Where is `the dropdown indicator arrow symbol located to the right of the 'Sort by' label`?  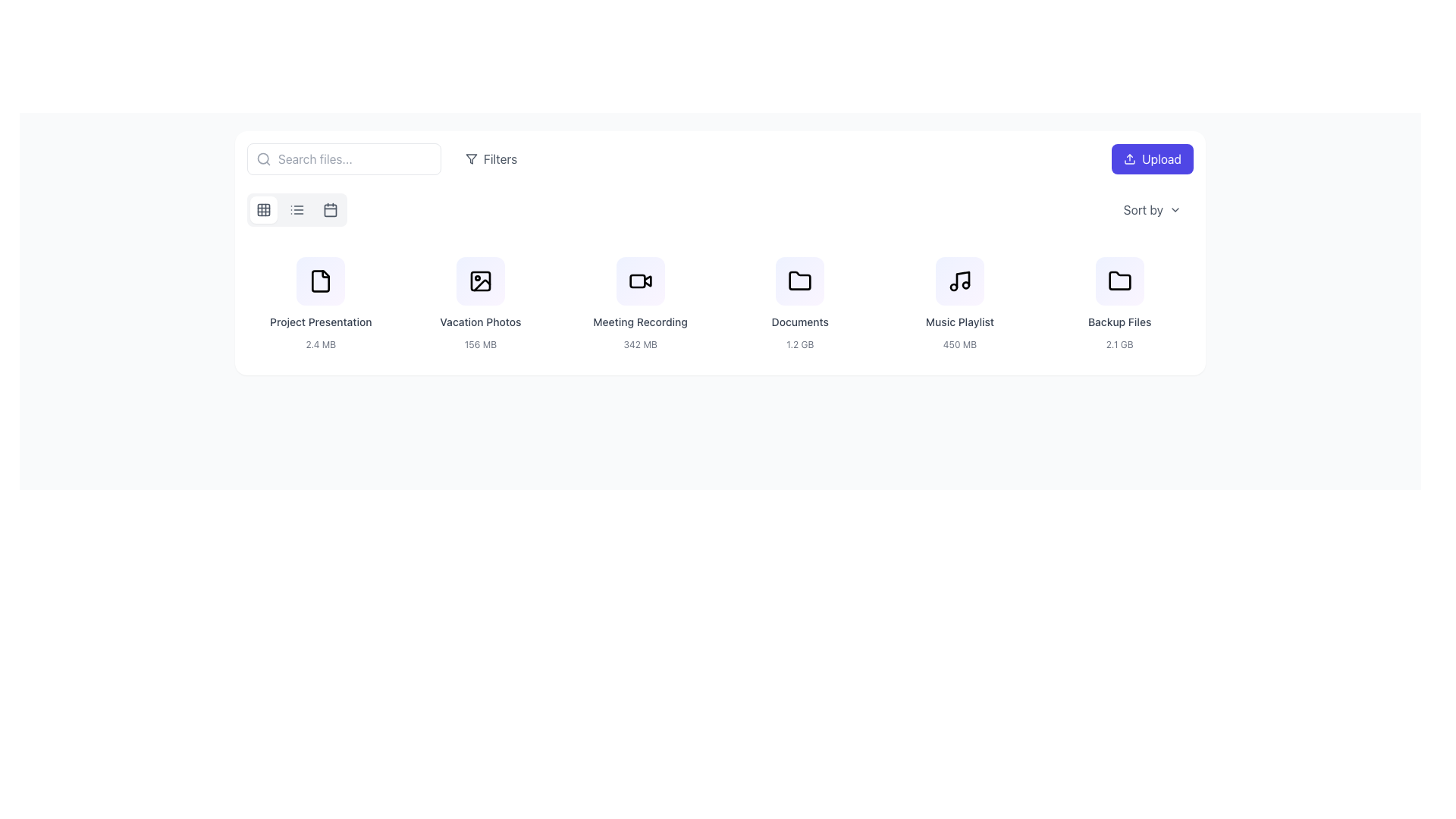
the dropdown indicator arrow symbol located to the right of the 'Sort by' label is located at coordinates (1175, 210).